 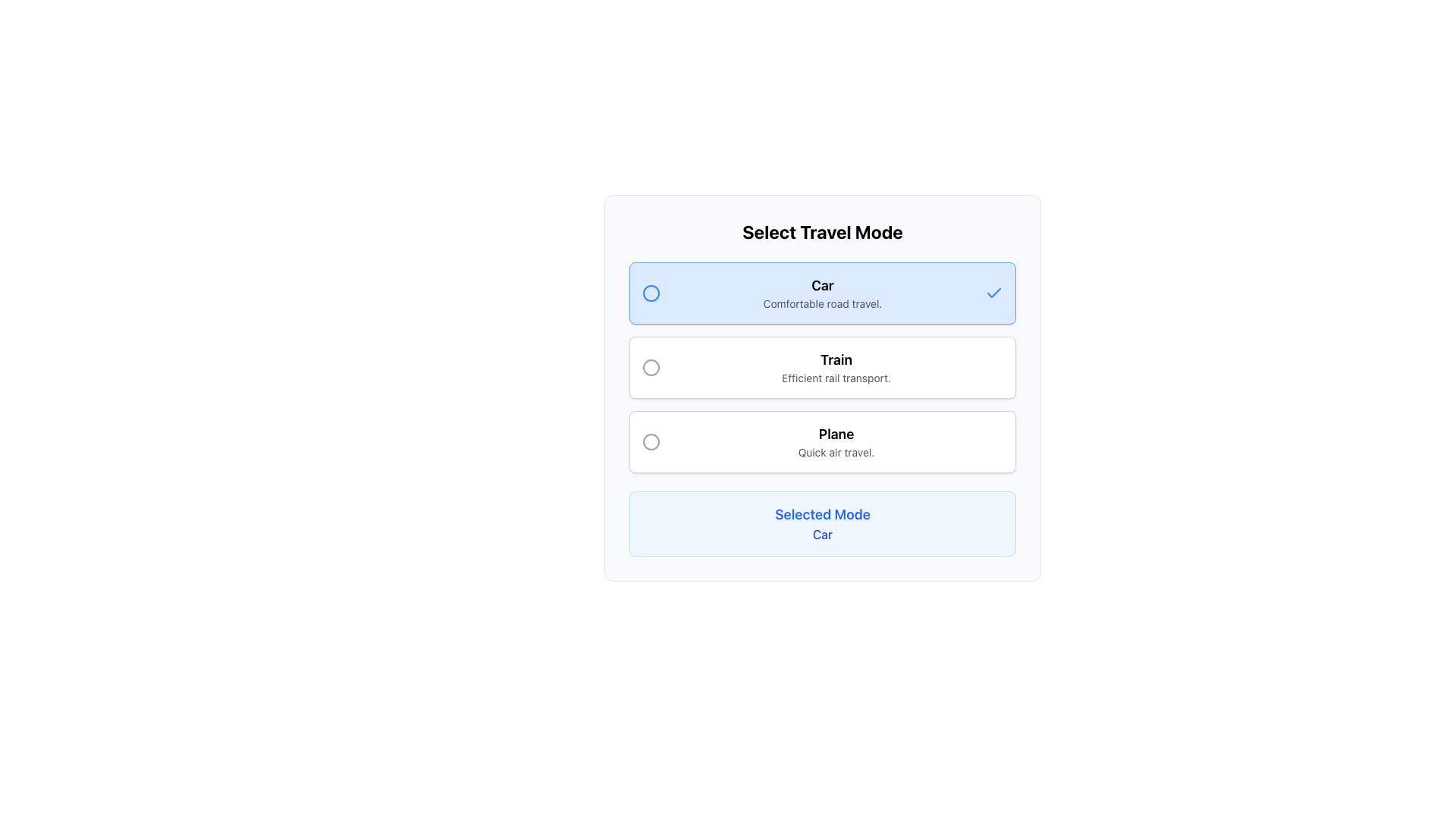 I want to click on the 'Car' text label that identifies the car travel option located at the top of the travel modes list, above the descriptive text 'Comfortable road travel.', so click(x=821, y=286).